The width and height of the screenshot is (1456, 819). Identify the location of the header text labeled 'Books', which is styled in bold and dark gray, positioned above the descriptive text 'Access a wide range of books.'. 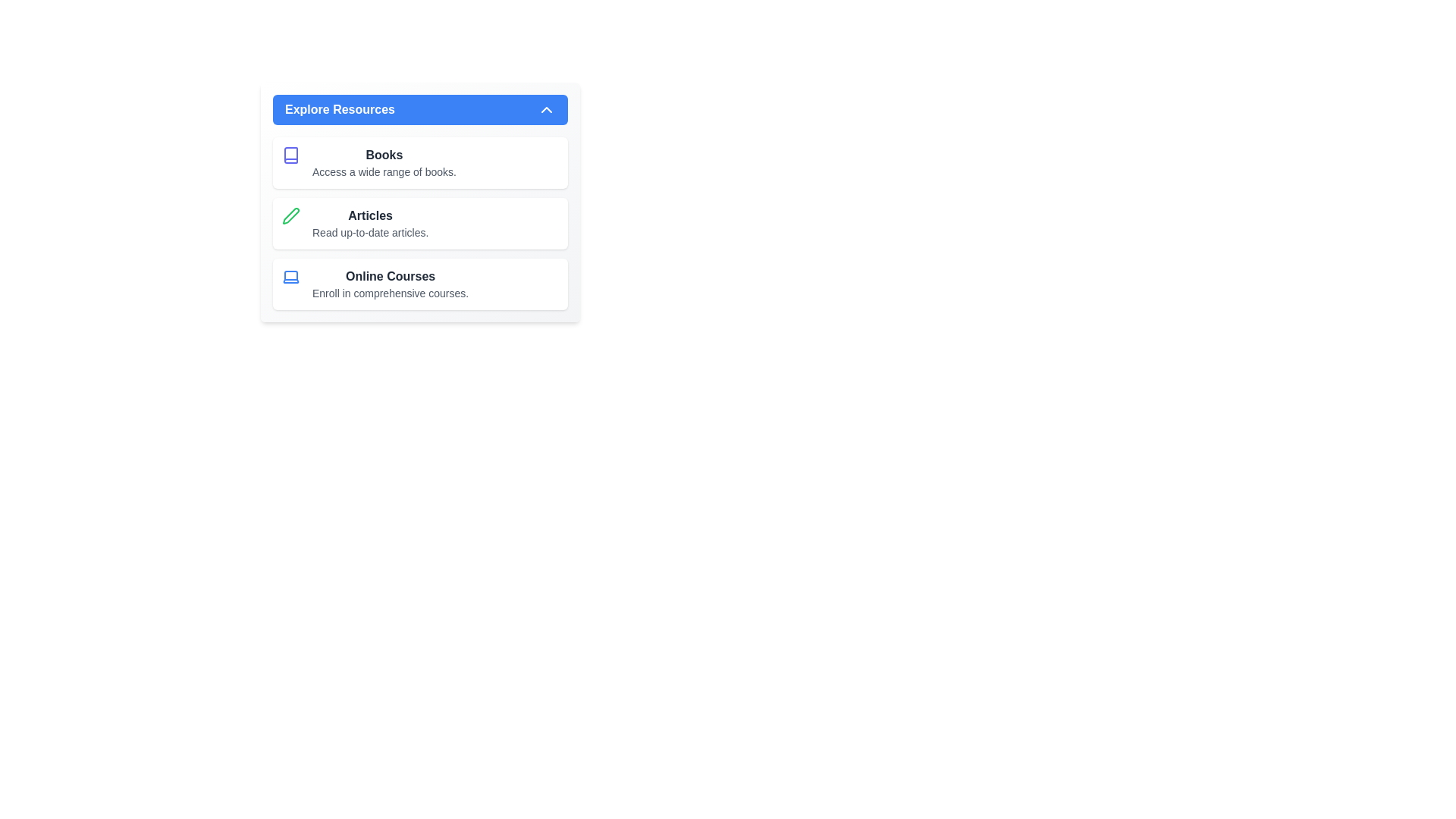
(384, 155).